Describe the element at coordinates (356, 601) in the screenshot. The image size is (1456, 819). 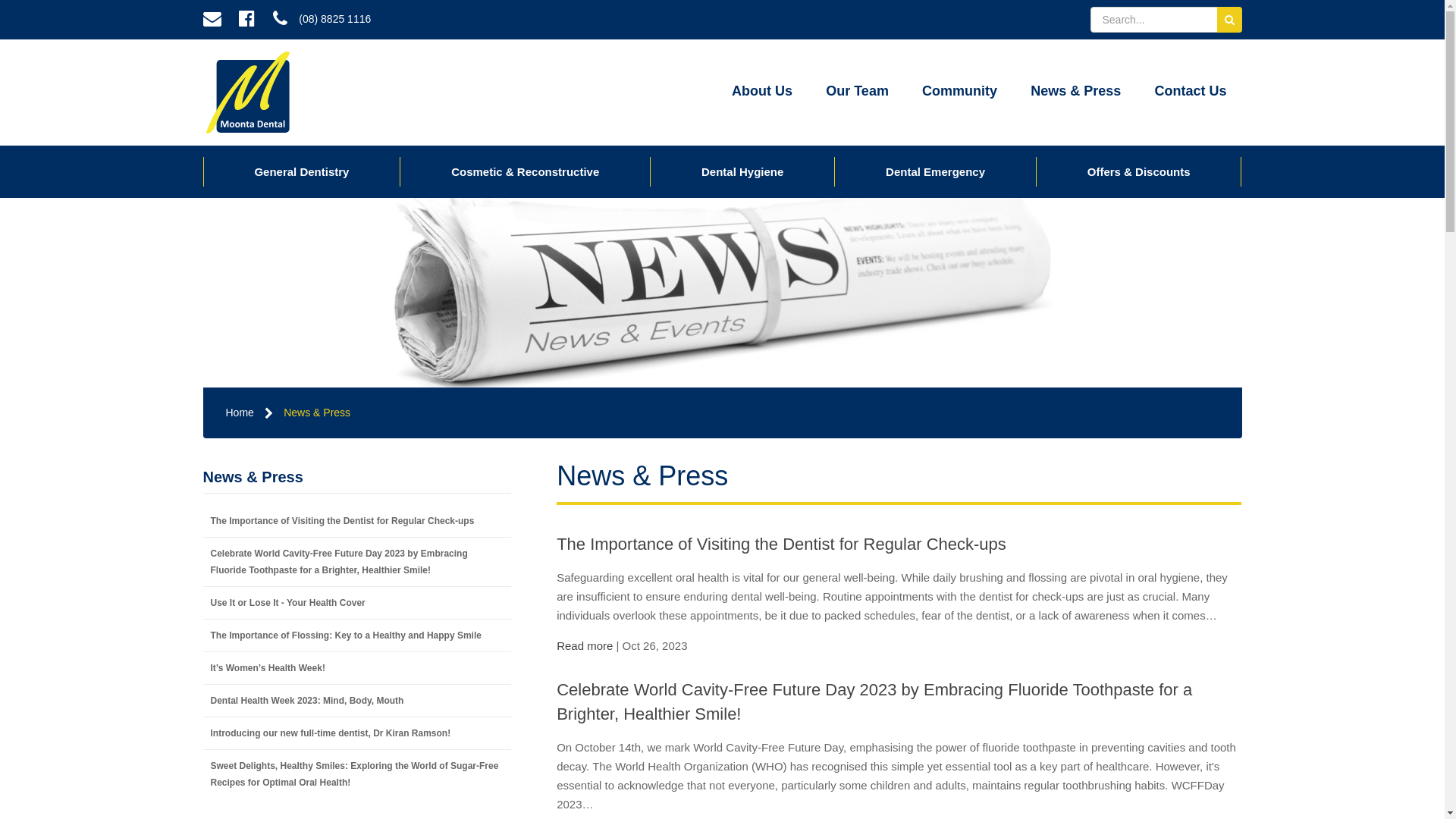
I see `'Use It or Lose It - Your Health Cover'` at that location.